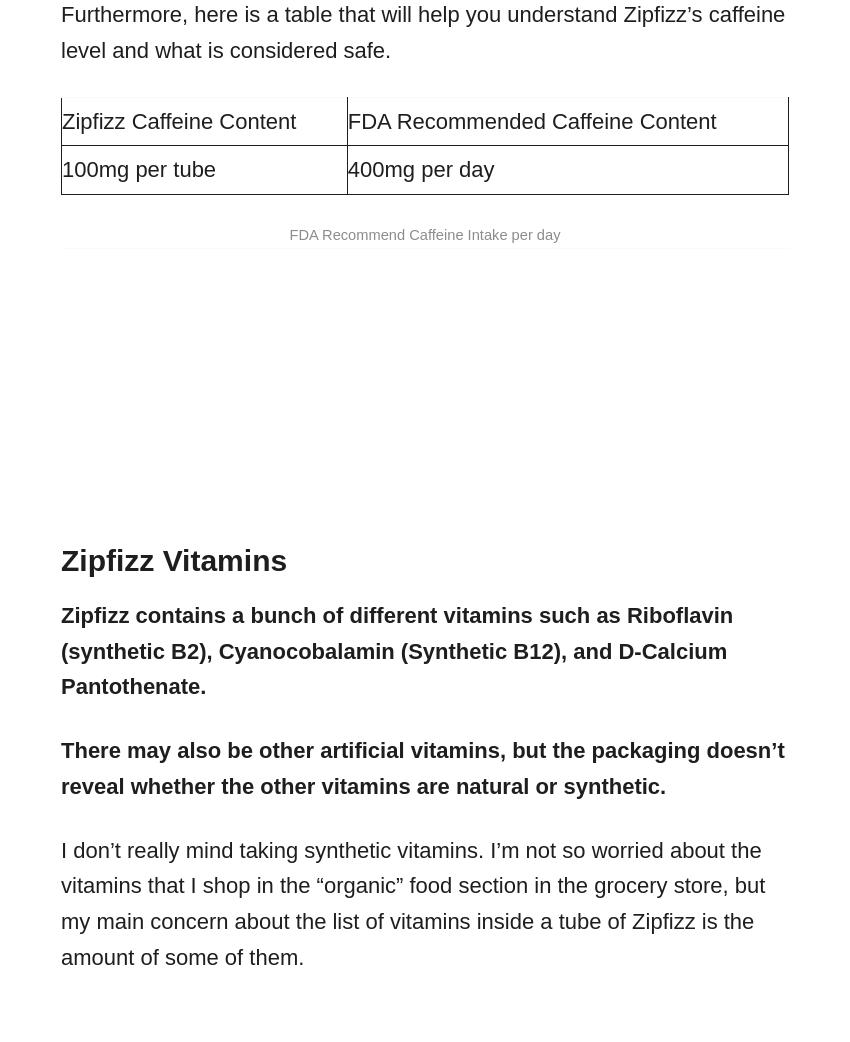 The height and width of the screenshot is (1042, 850). Describe the element at coordinates (422, 766) in the screenshot. I see `'There may also be other artificial vitamins, but the packaging doesn’t reveal whether the other vitamins are natural or synthetic.'` at that location.